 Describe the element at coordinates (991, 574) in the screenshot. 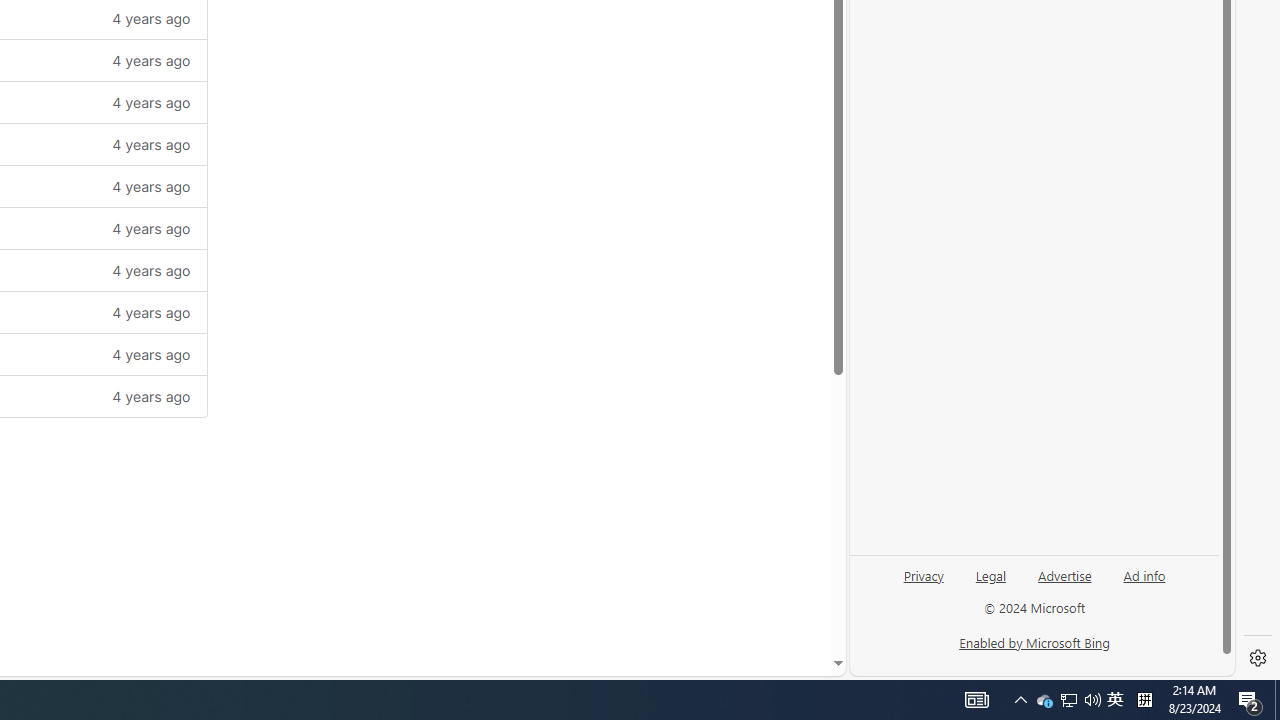

I see `'Legal'` at that location.